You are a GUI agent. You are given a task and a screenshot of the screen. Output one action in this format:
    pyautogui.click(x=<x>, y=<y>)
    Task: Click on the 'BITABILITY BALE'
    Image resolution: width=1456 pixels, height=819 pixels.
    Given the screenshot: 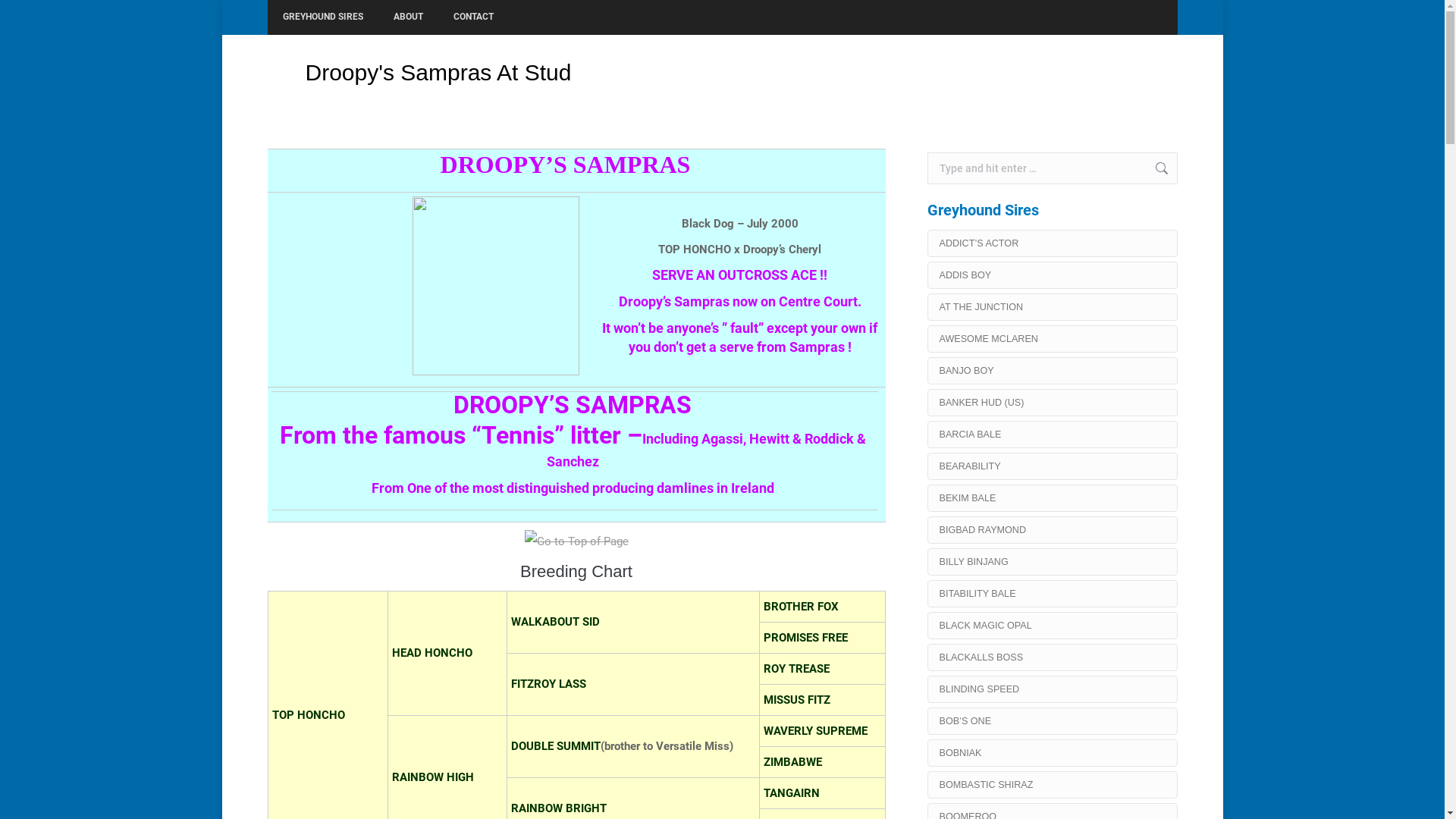 What is the action you would take?
    pyautogui.click(x=1051, y=593)
    